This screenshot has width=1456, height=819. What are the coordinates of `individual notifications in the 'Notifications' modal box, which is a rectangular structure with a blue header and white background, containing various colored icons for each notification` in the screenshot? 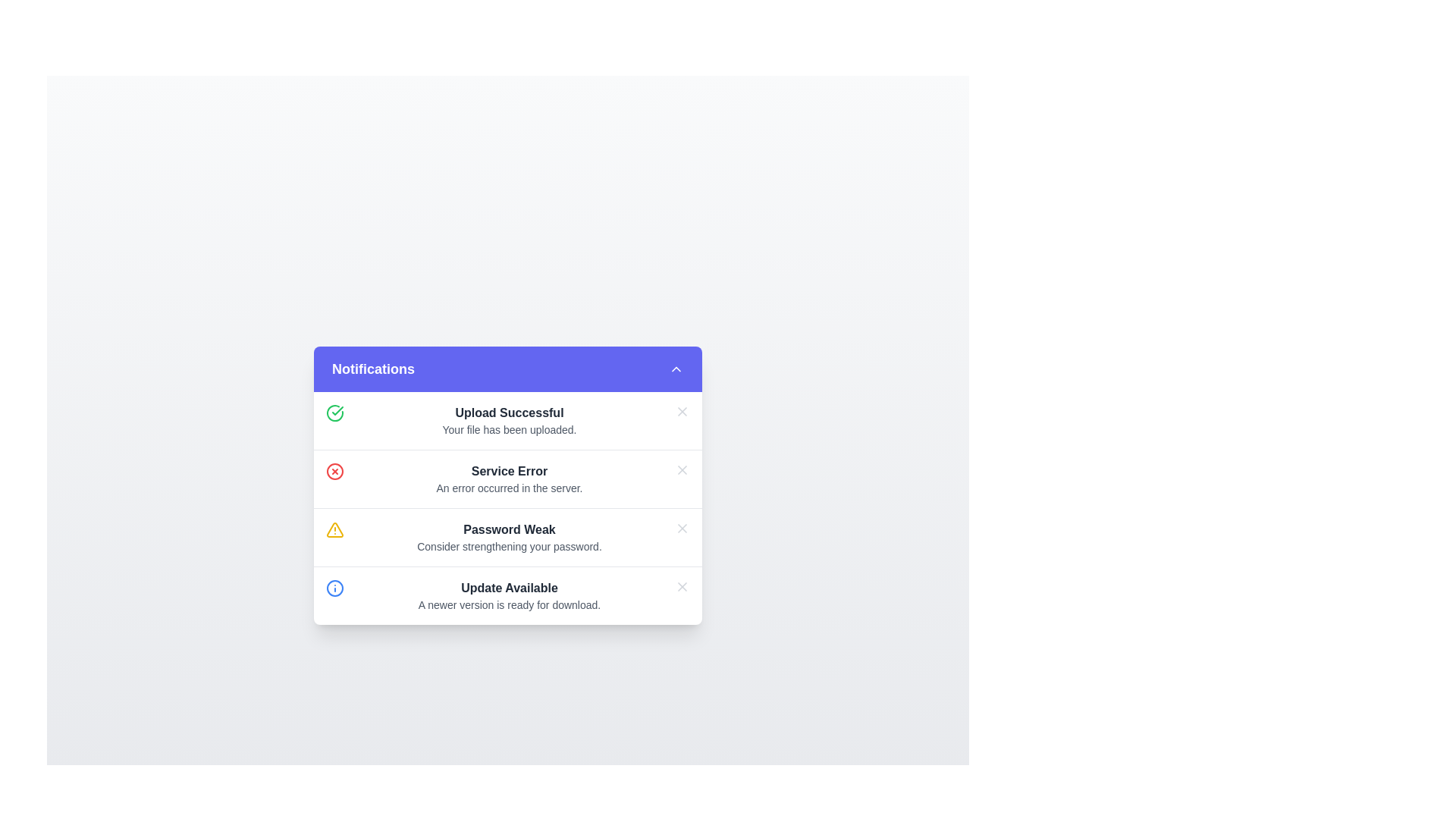 It's located at (508, 485).